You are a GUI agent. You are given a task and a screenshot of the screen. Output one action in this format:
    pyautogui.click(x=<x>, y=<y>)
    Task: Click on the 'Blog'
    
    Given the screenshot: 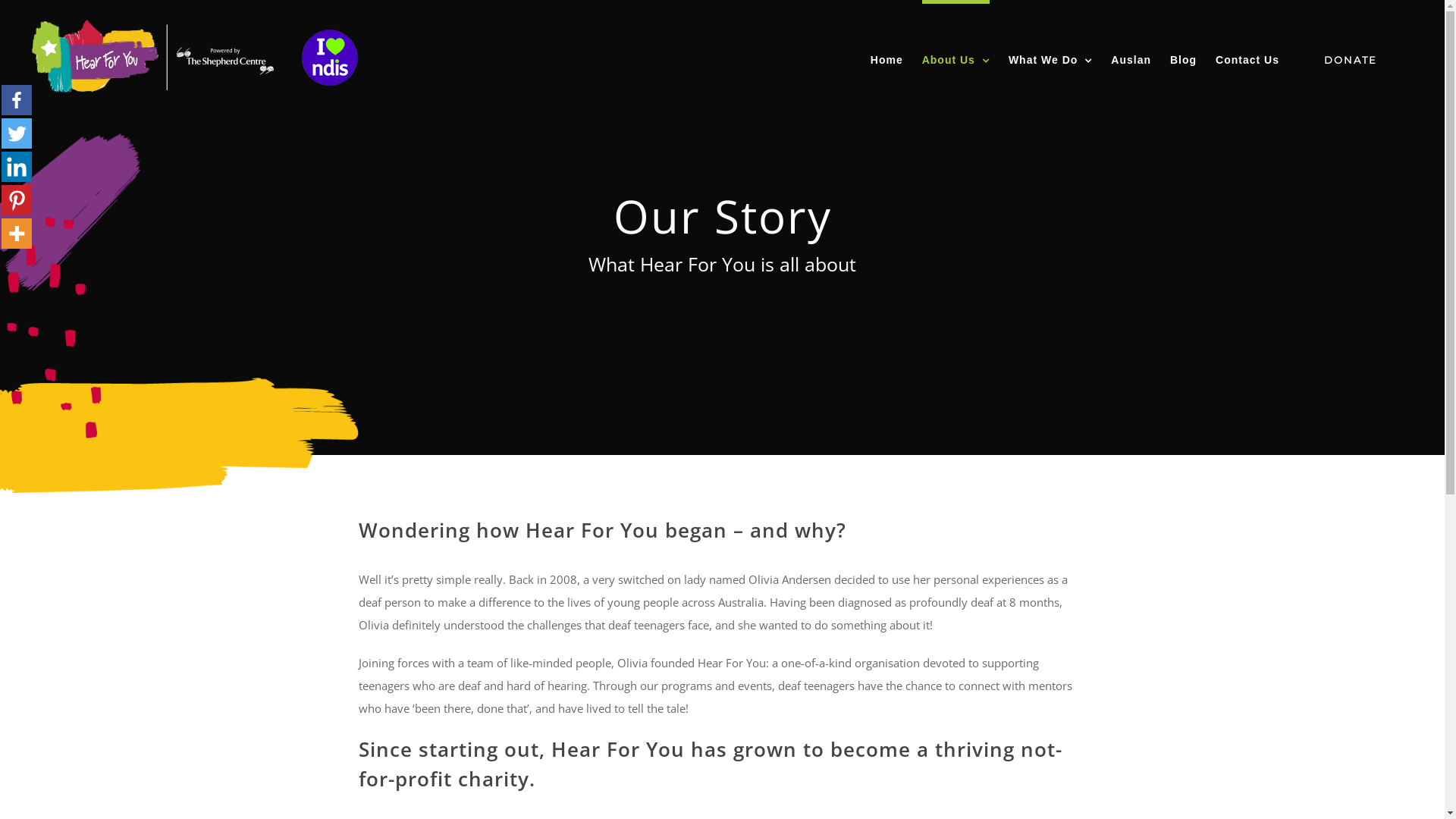 What is the action you would take?
    pyautogui.click(x=1169, y=57)
    